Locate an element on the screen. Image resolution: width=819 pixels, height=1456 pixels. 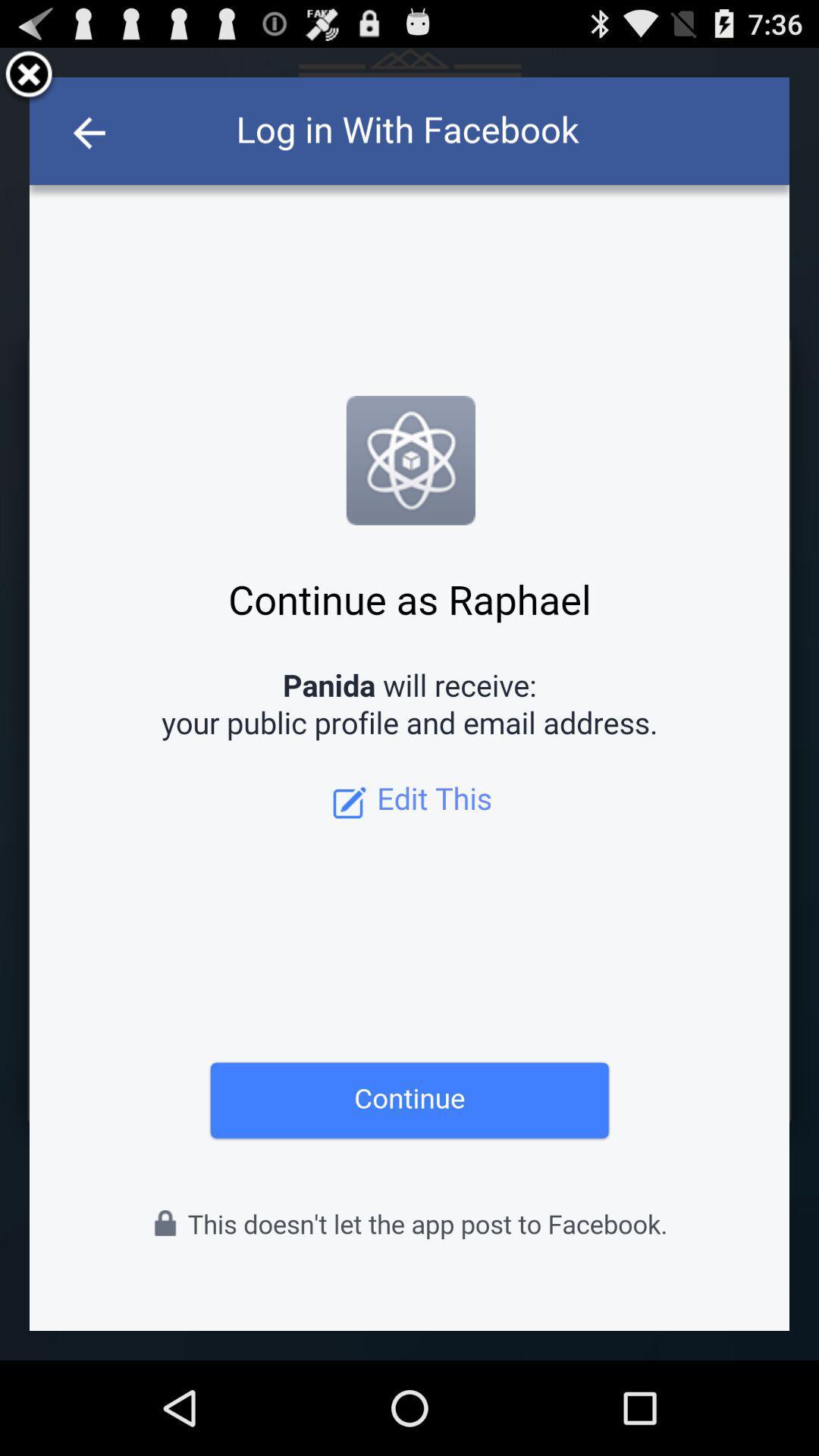
inder pega is located at coordinates (29, 76).